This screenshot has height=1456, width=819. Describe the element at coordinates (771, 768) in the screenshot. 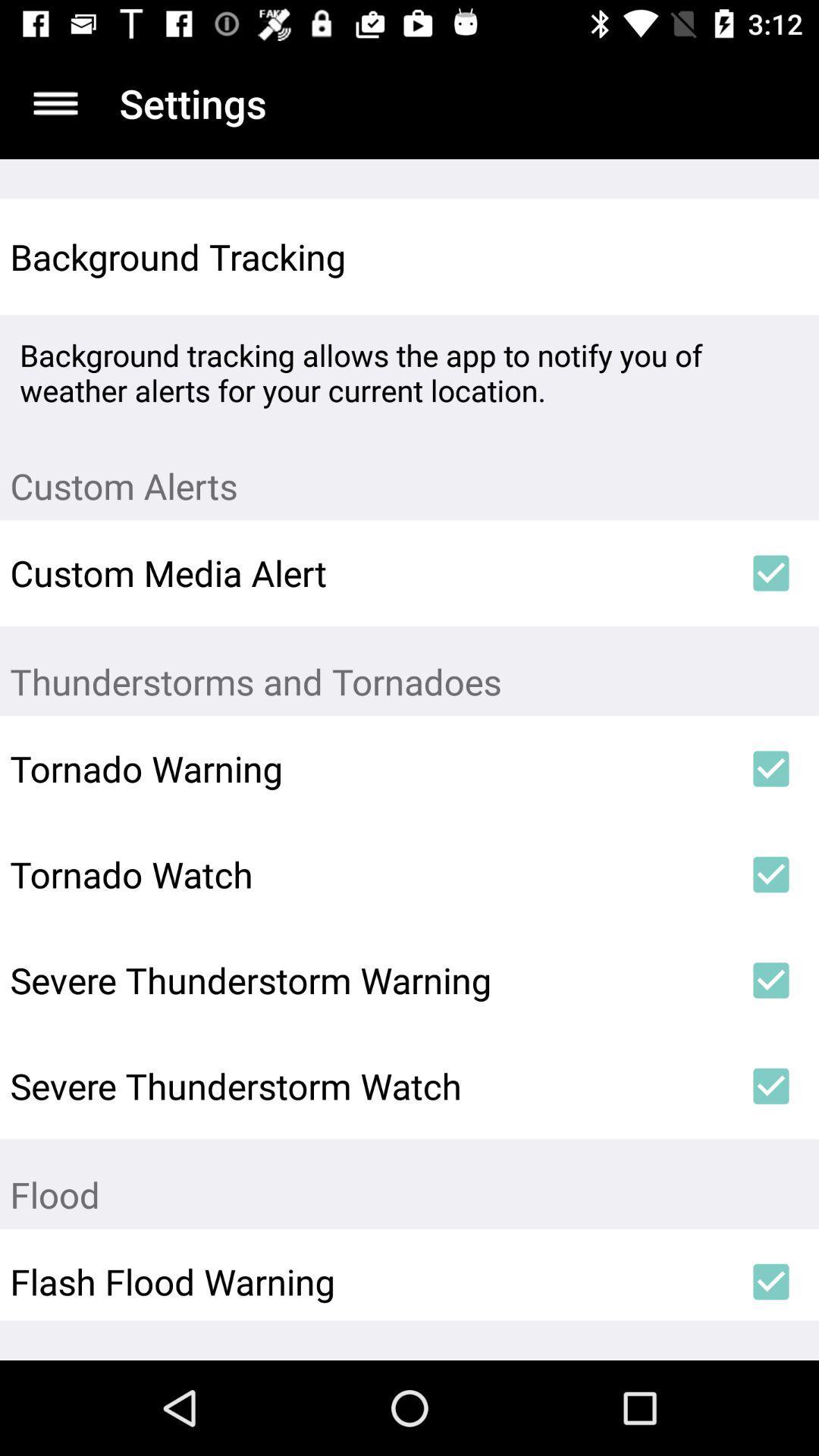

I see `item below the thunderstorms and tornadoes` at that location.